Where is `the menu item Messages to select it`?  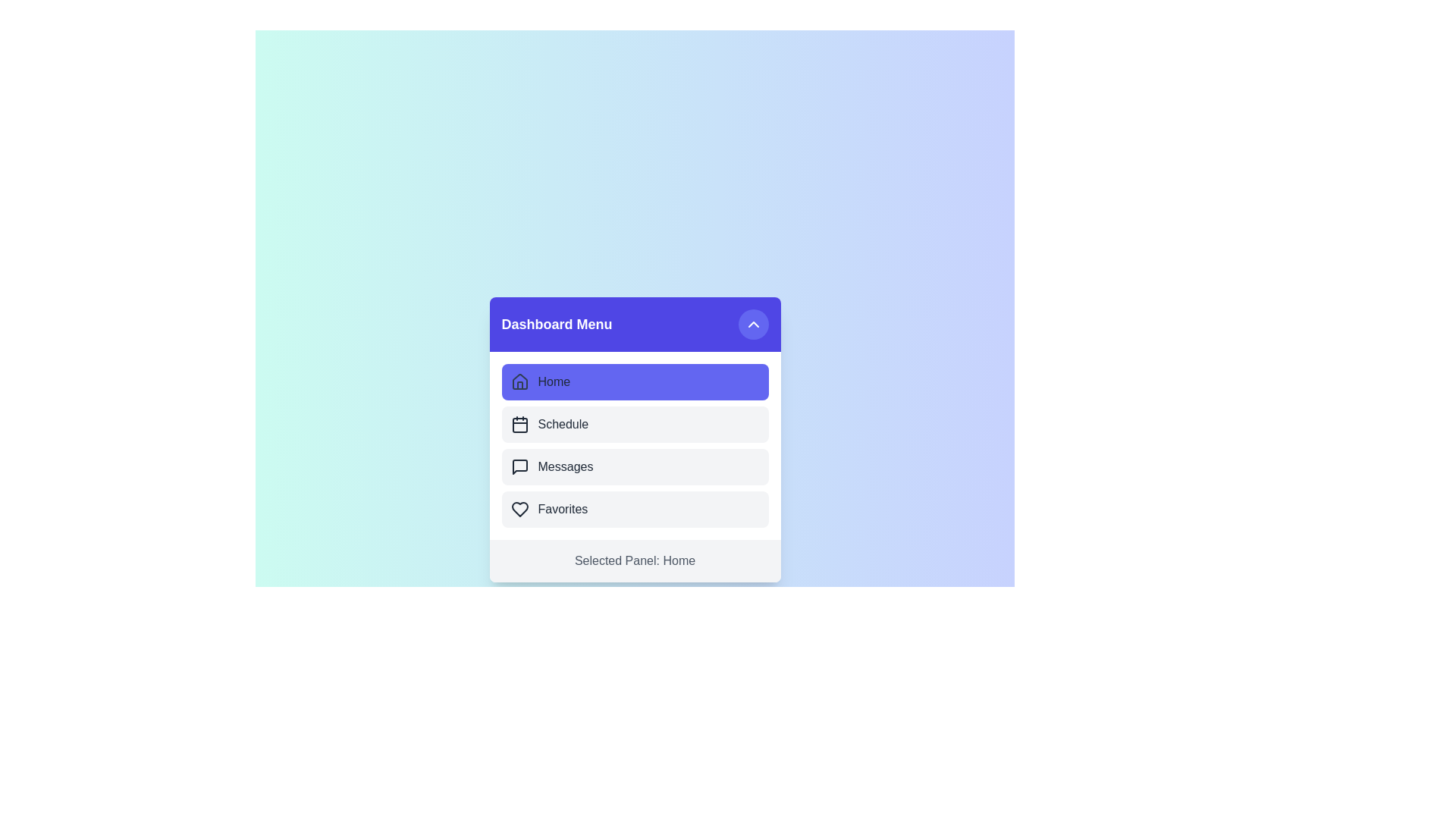 the menu item Messages to select it is located at coordinates (635, 466).